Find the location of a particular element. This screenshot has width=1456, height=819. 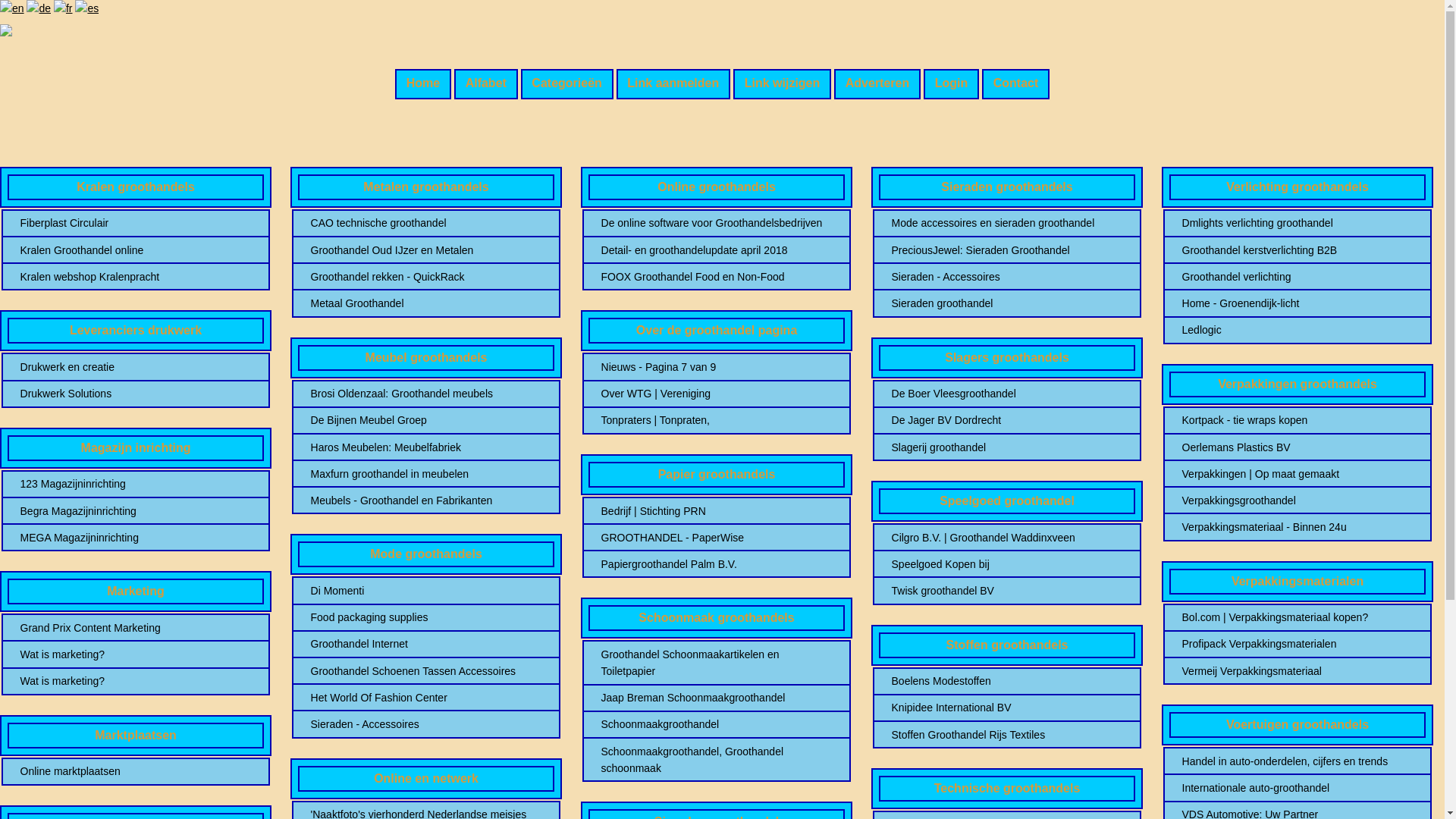

'Fiberplast Circulair' is located at coordinates (136, 222).